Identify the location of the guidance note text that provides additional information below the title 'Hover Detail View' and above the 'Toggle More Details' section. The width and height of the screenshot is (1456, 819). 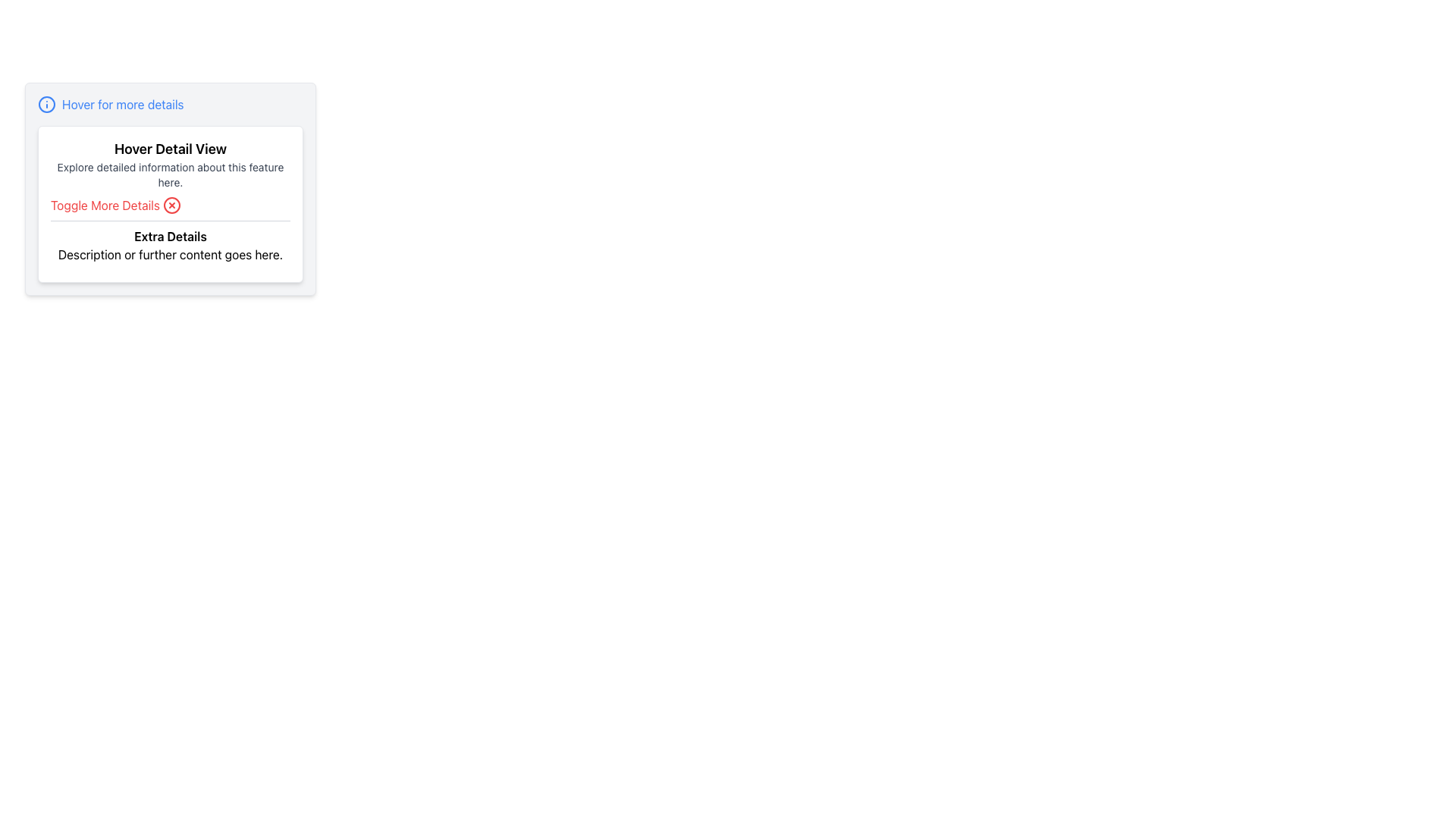
(171, 174).